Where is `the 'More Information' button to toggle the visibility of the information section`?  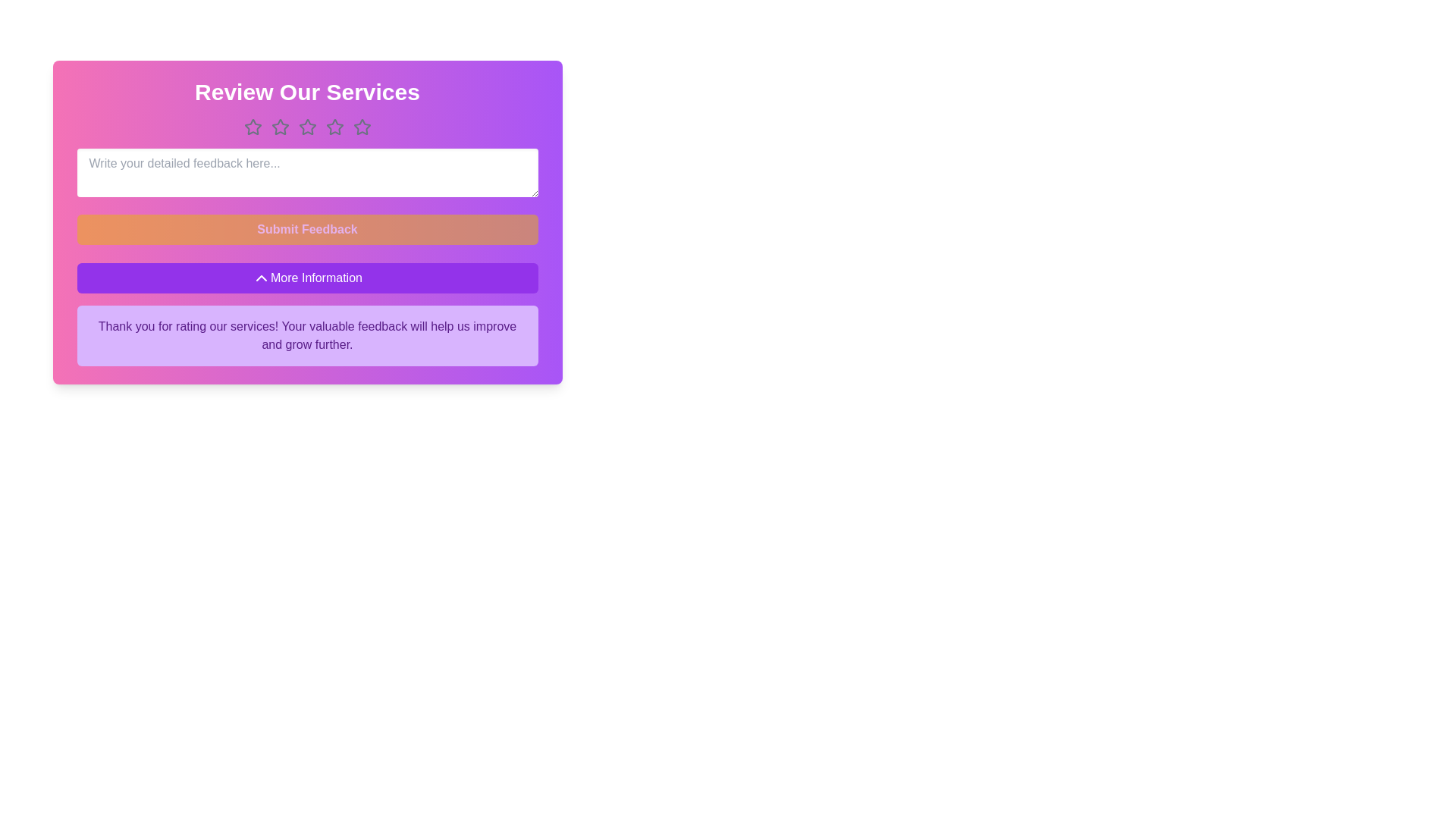 the 'More Information' button to toggle the visibility of the information section is located at coordinates (306, 278).